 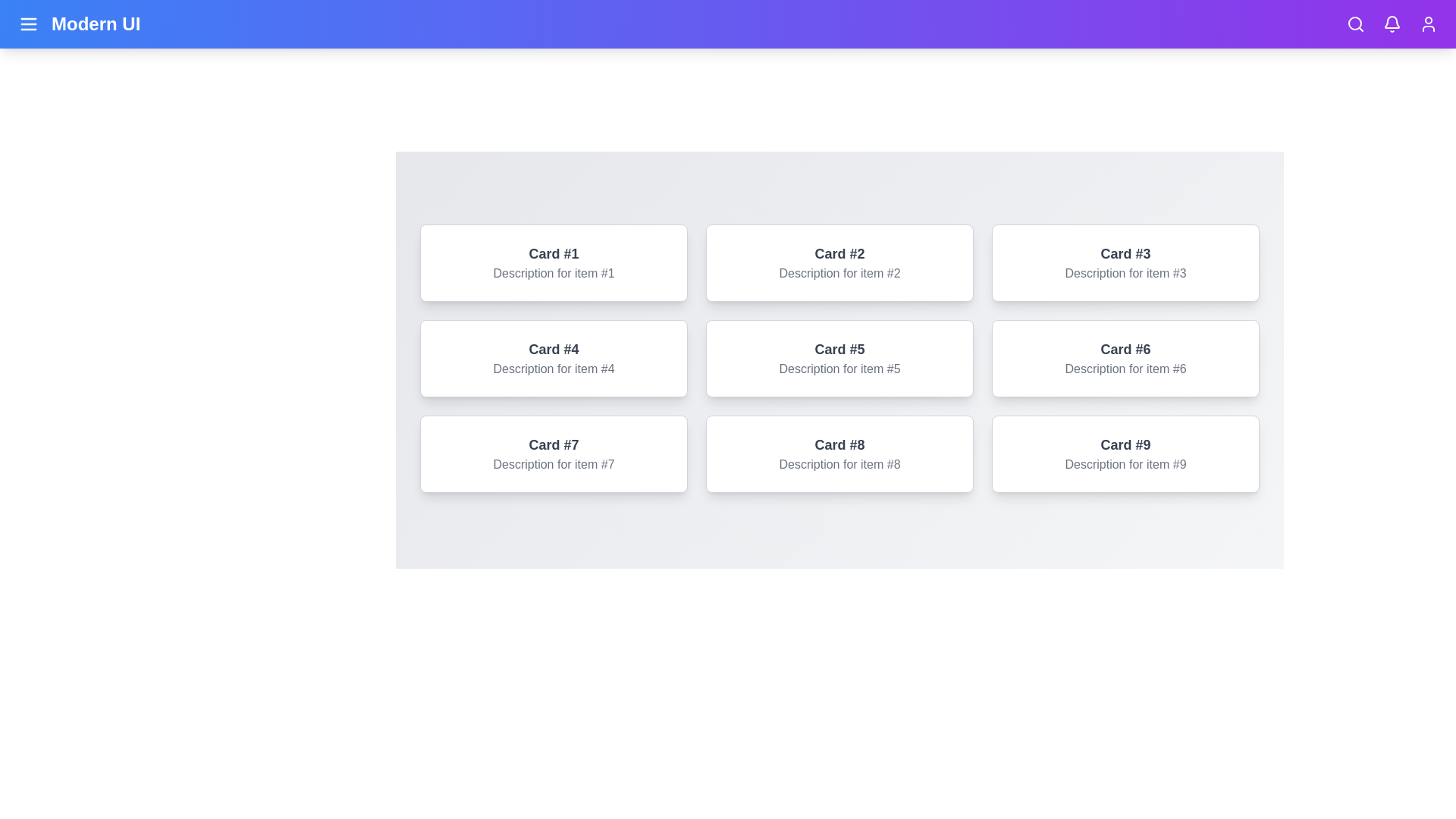 I want to click on the menu button to open the navigation drawer, so click(x=29, y=24).